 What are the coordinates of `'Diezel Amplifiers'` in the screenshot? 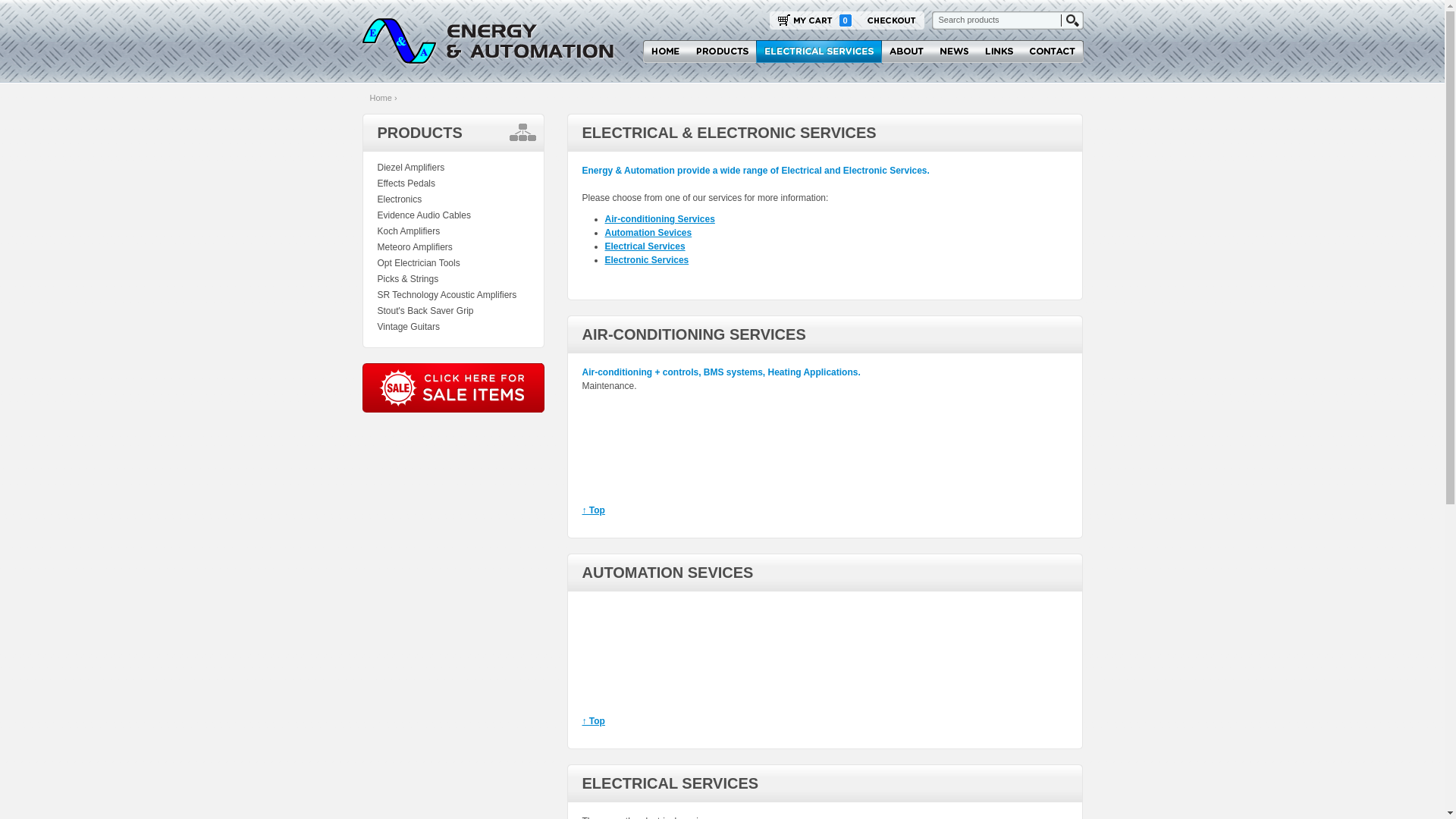 It's located at (410, 168).